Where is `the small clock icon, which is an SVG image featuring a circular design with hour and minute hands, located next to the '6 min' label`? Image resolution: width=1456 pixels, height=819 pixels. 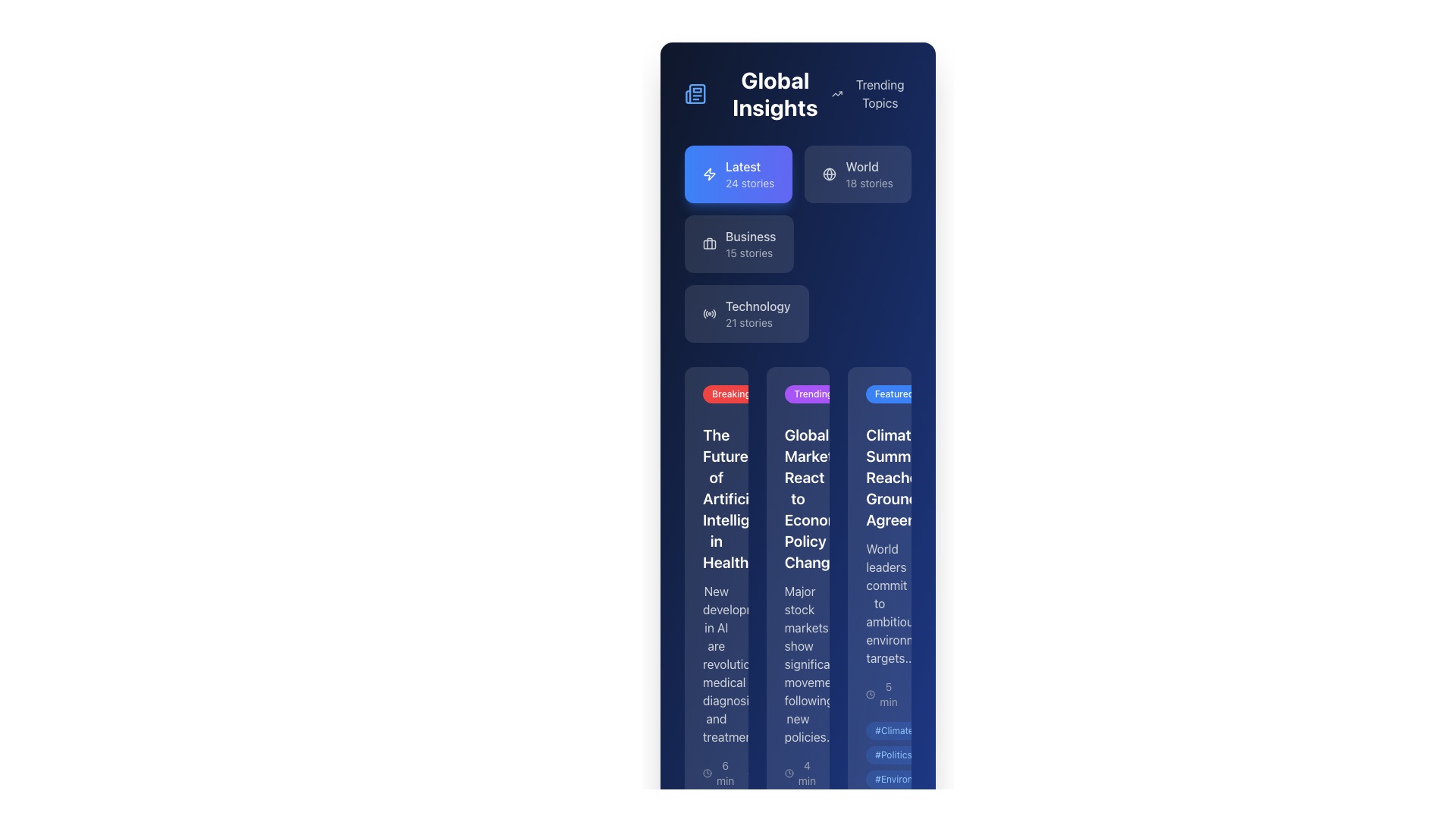 the small clock icon, which is an SVG image featuring a circular design with hour and minute hands, located next to the '6 min' label is located at coordinates (707, 773).